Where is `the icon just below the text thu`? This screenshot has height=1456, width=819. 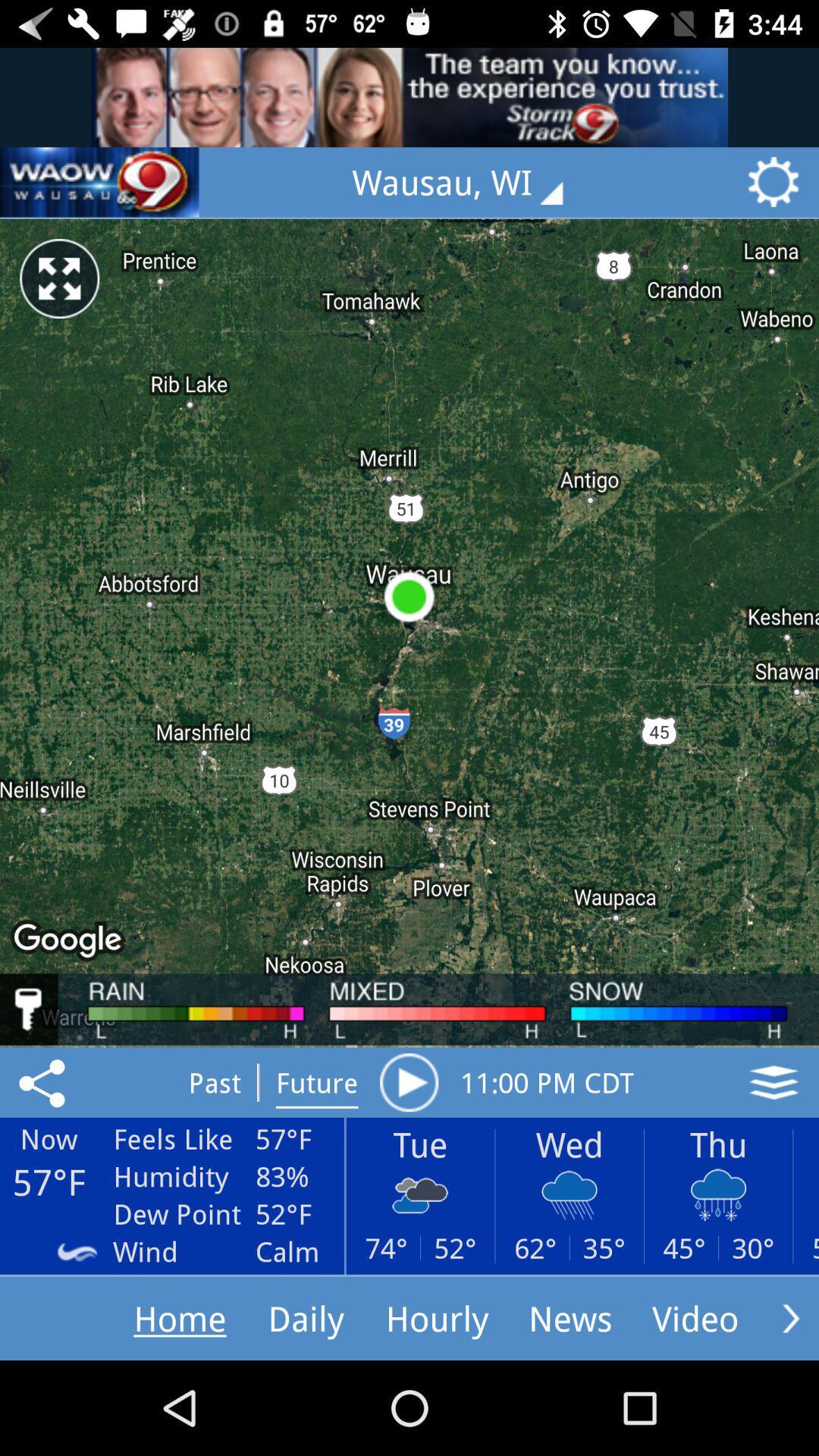 the icon just below the text thu is located at coordinates (717, 1194).